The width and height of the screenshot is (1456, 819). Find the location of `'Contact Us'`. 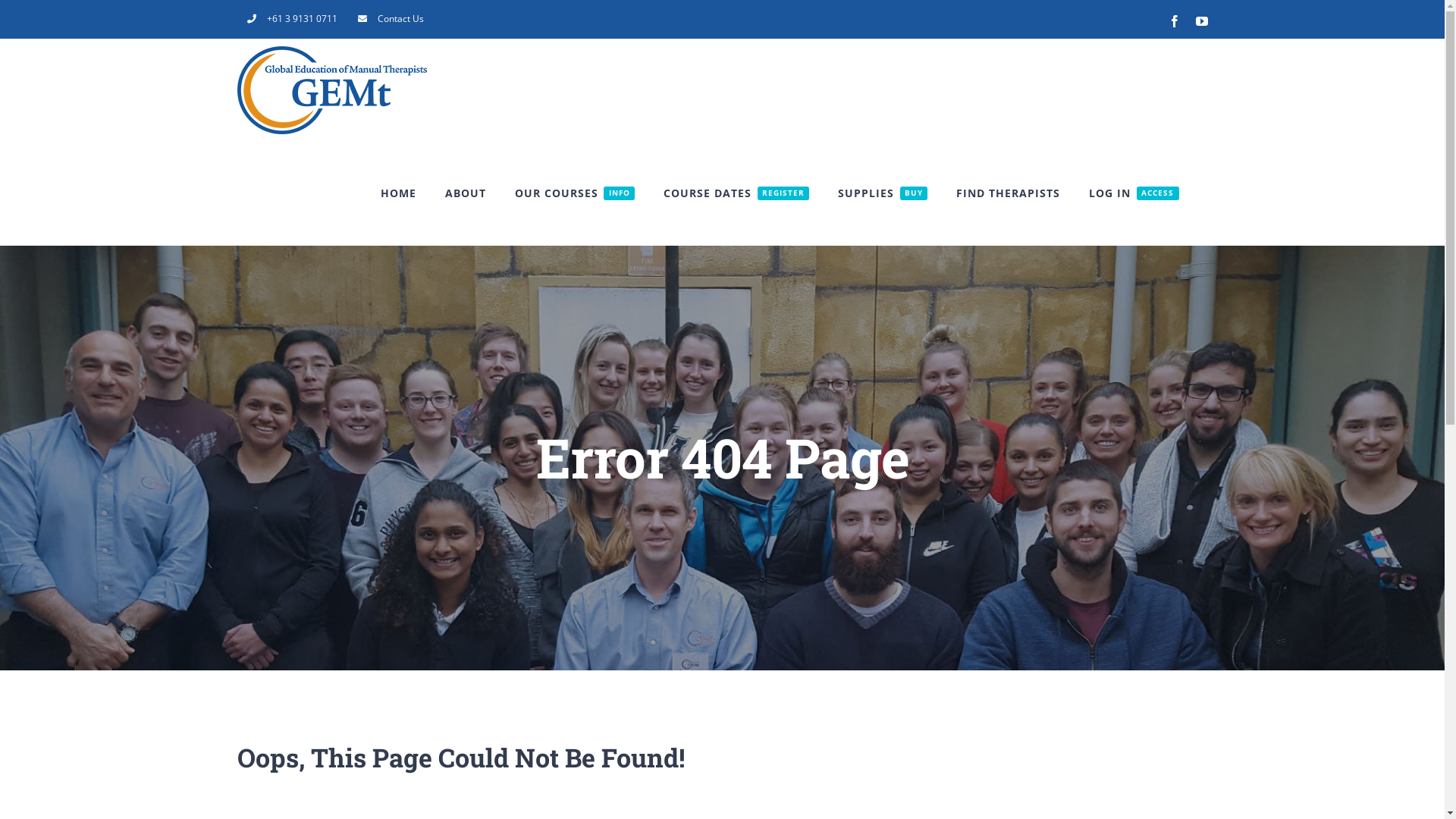

'Contact Us' is located at coordinates (390, 18).